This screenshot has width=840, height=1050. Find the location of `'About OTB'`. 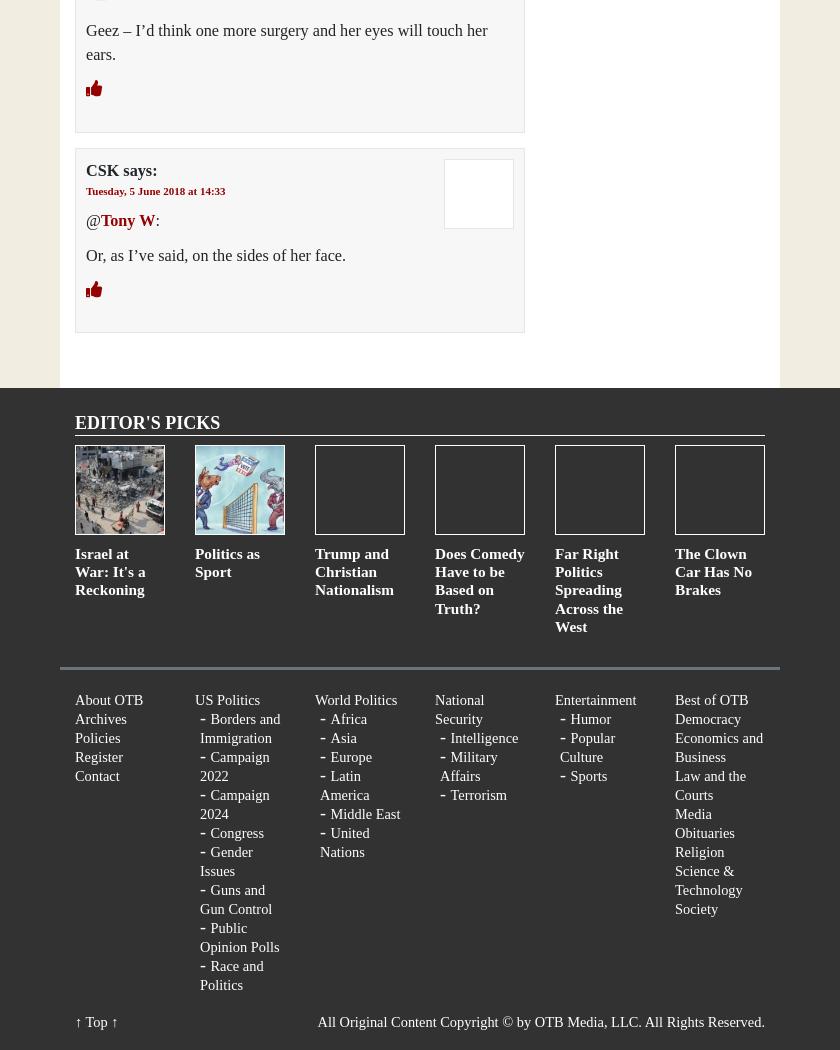

'About OTB' is located at coordinates (109, 698).